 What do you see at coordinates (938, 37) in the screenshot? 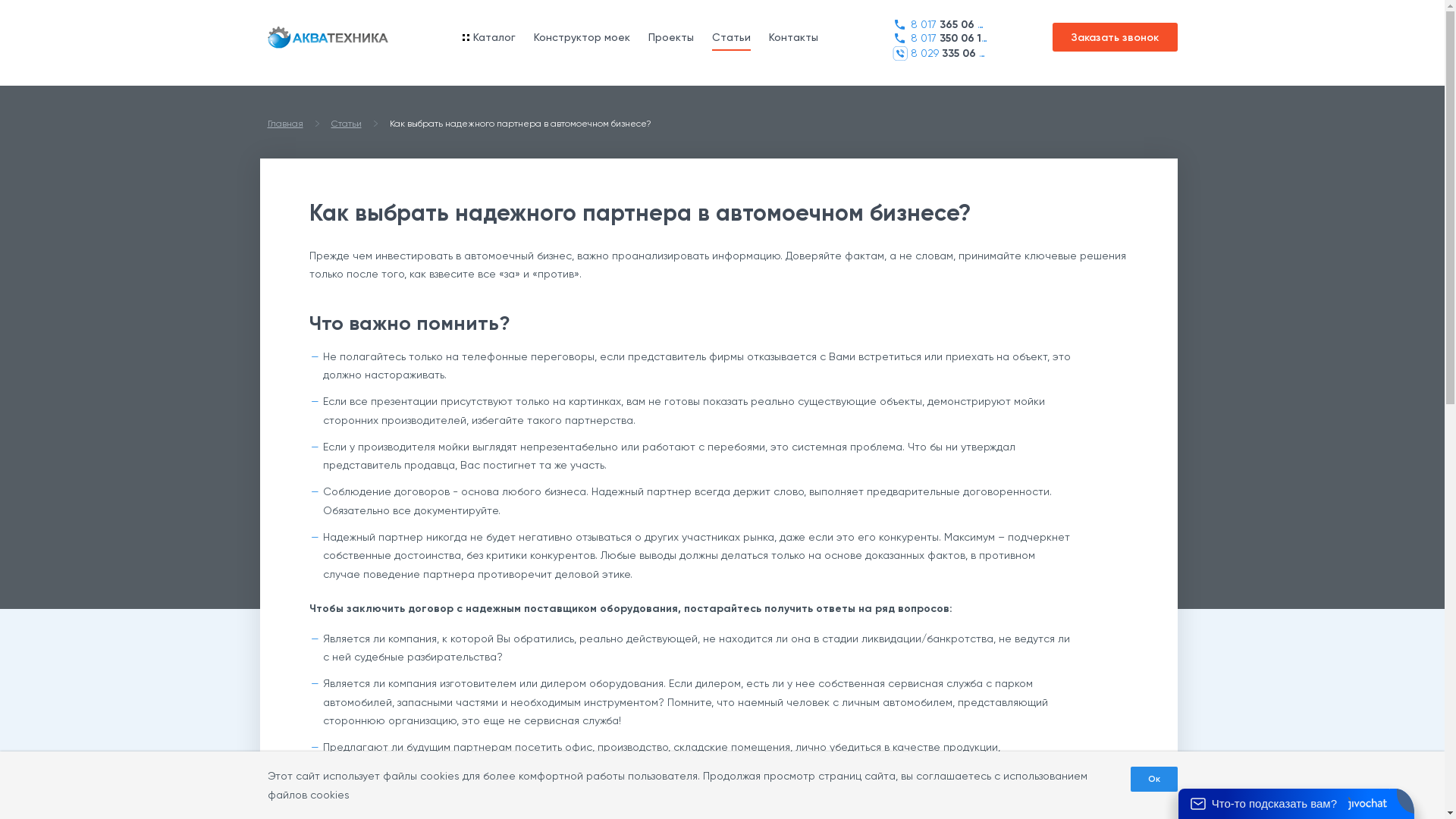
I see `'8 017 350 06 16'` at bounding box center [938, 37].